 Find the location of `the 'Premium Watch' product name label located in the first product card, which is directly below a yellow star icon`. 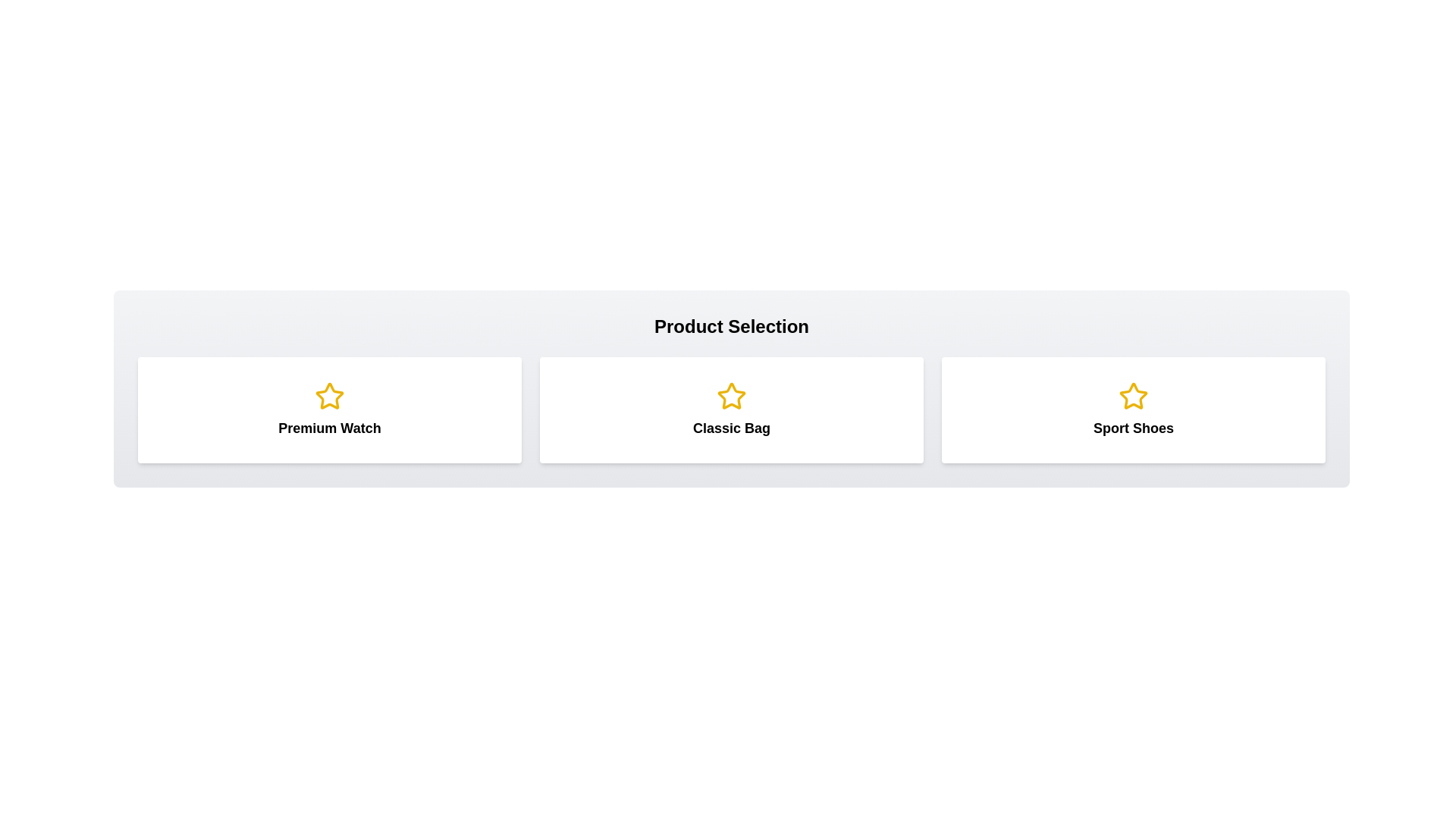

the 'Premium Watch' product name label located in the first product card, which is directly below a yellow star icon is located at coordinates (329, 428).